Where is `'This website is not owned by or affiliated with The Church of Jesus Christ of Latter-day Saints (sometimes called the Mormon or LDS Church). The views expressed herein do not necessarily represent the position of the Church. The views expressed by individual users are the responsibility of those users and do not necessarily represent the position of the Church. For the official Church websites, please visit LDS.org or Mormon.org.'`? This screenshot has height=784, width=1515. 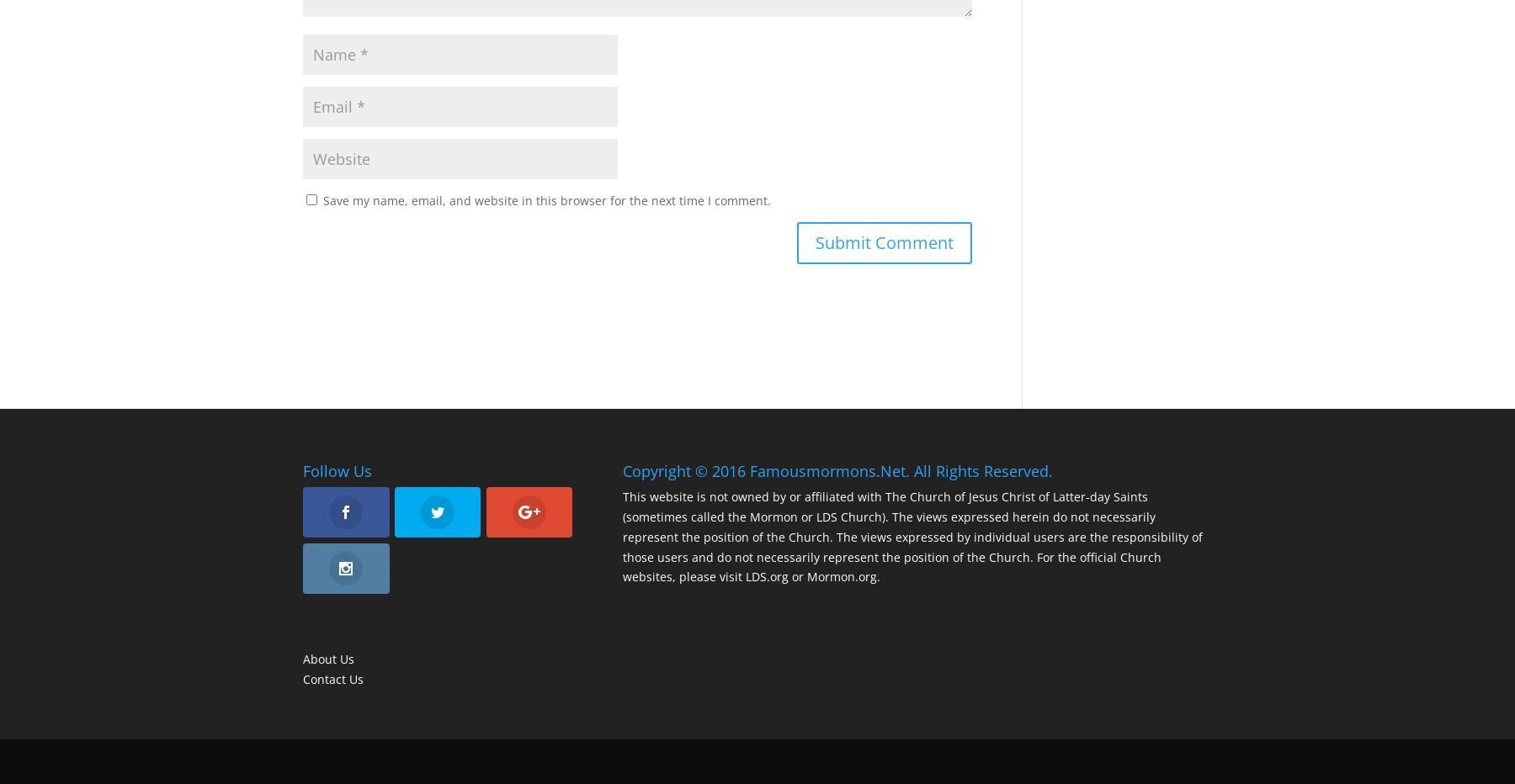
'This website is not owned by or affiliated with The Church of Jesus Christ of Latter-day Saints (sometimes called the Mormon or LDS Church). The views expressed herein do not necessarily represent the position of the Church. The views expressed by individual users are the responsibility of those users and do not necessarily represent the position of the Church. For the official Church websites, please visit LDS.org or Mormon.org.' is located at coordinates (912, 535).